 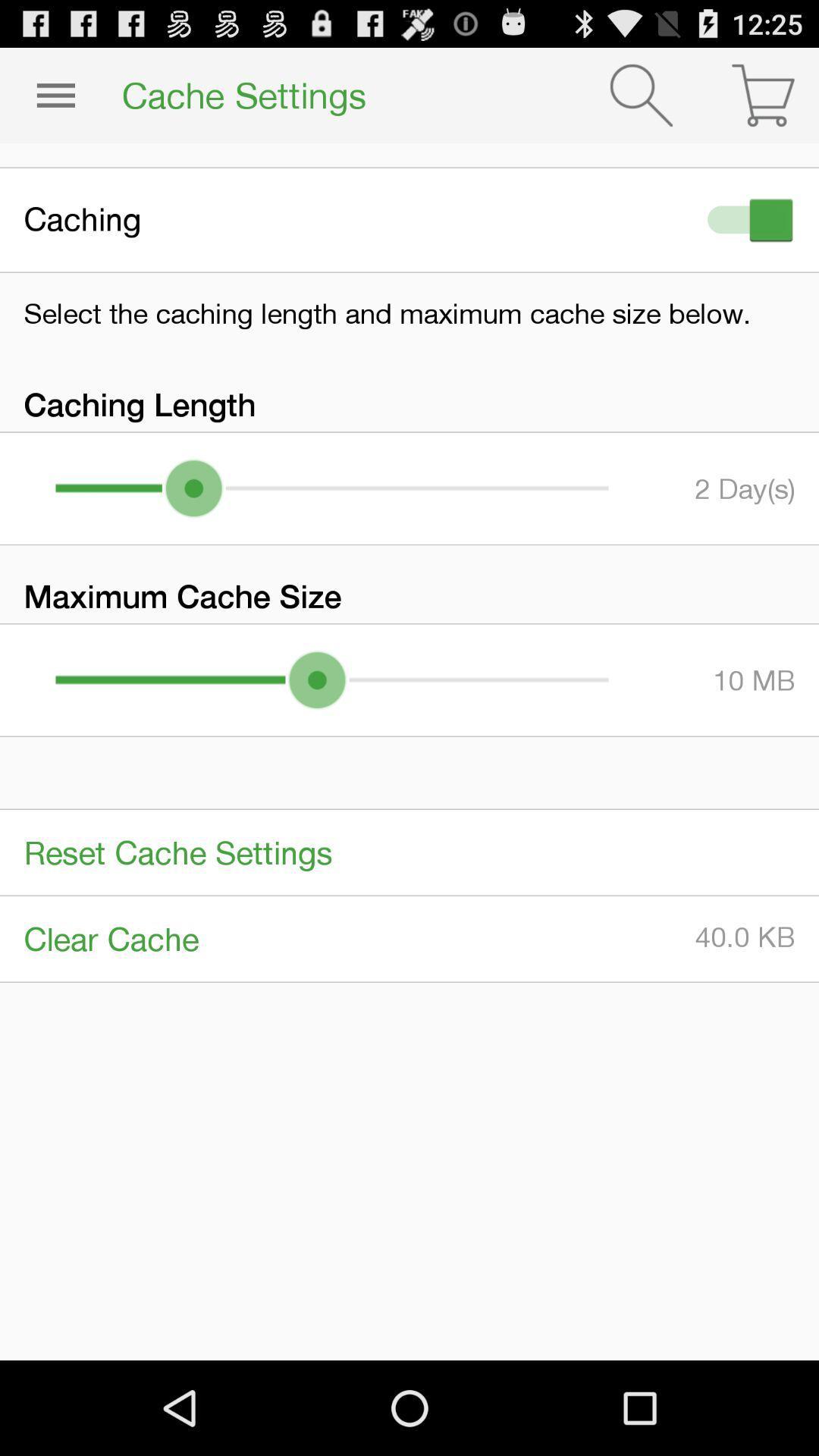 What do you see at coordinates (55, 101) in the screenshot?
I see `the menu icon` at bounding box center [55, 101].